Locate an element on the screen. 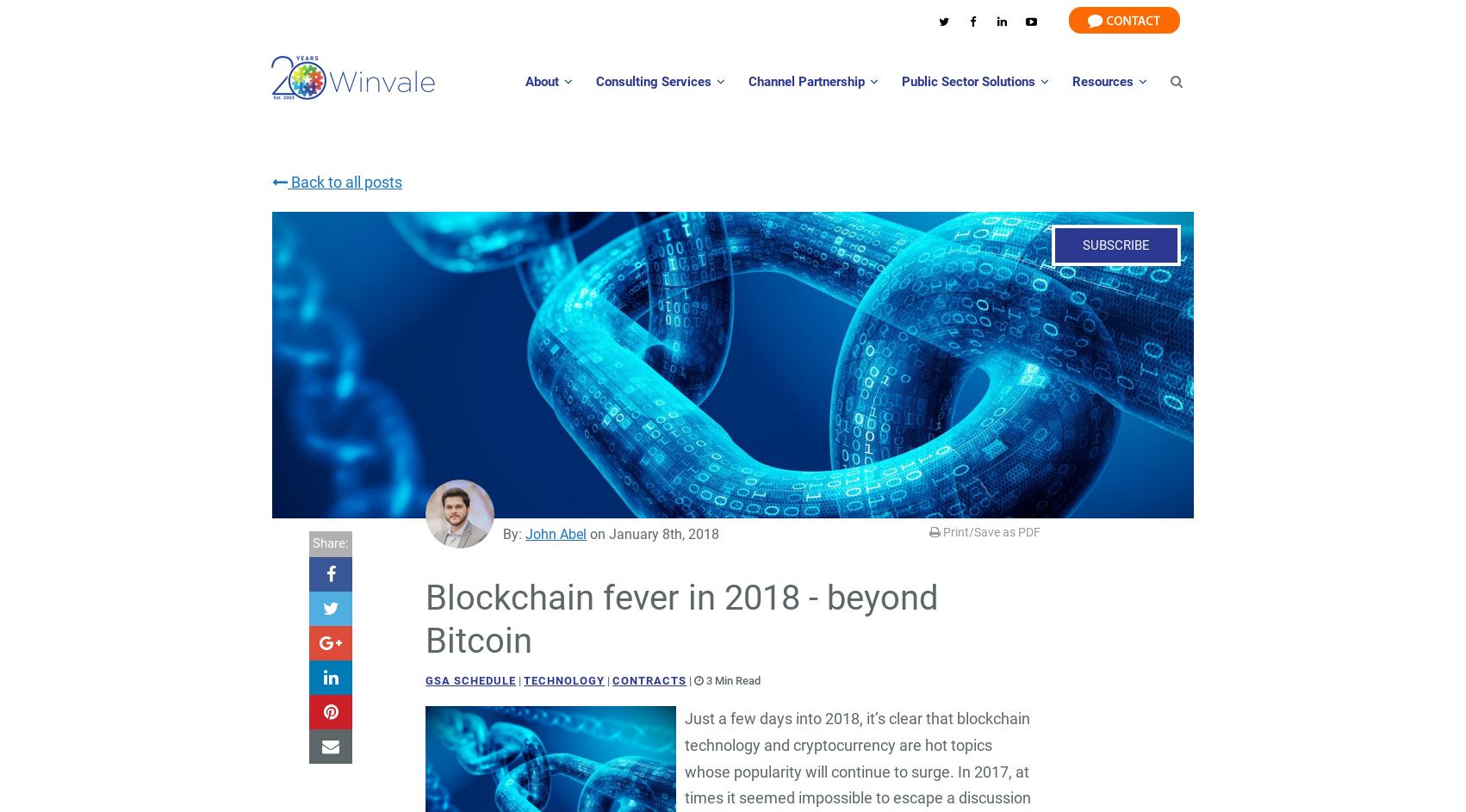  'By:' is located at coordinates (514, 533).